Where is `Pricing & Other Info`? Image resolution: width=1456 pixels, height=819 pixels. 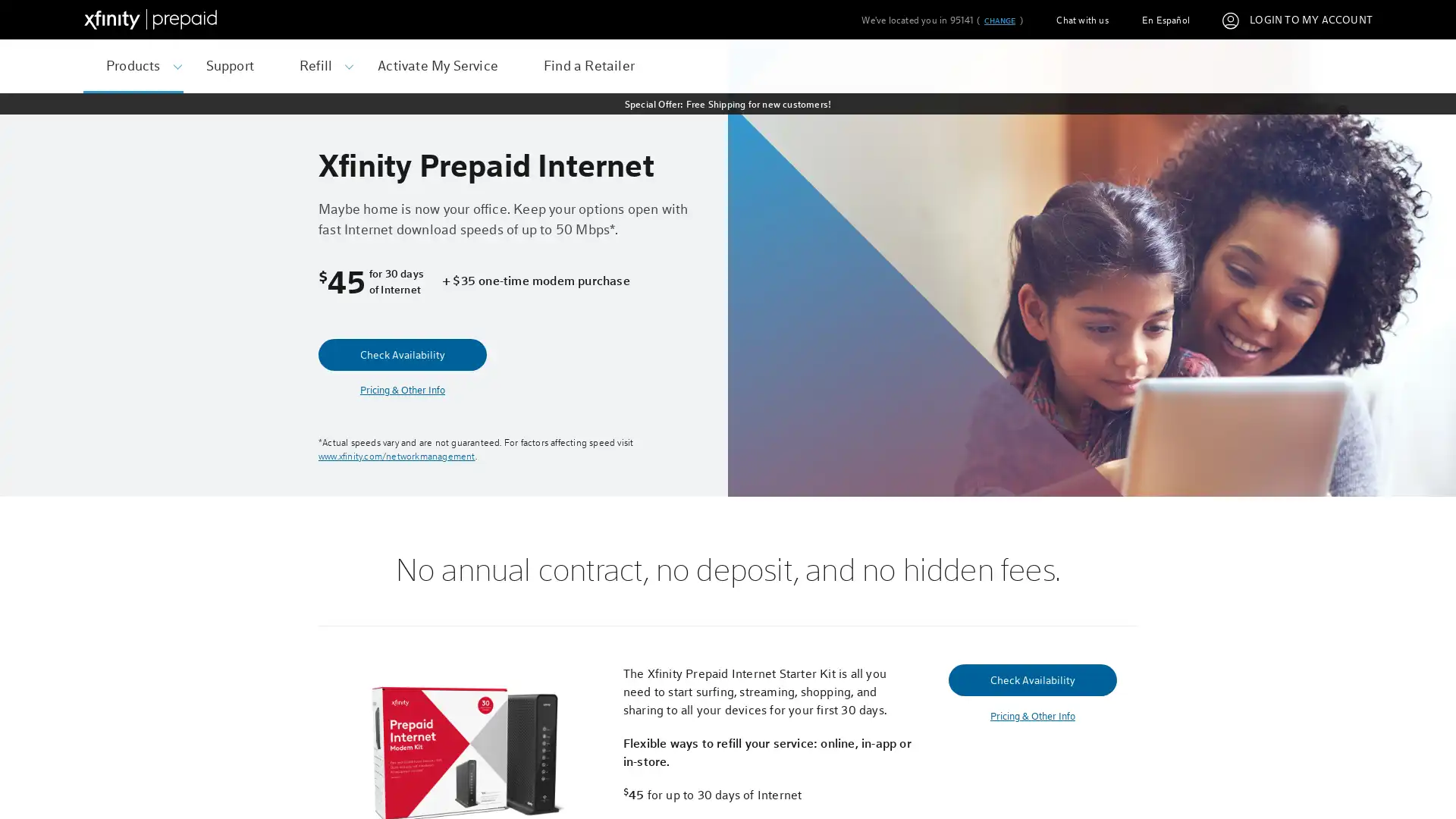
Pricing & Other Info is located at coordinates (403, 389).